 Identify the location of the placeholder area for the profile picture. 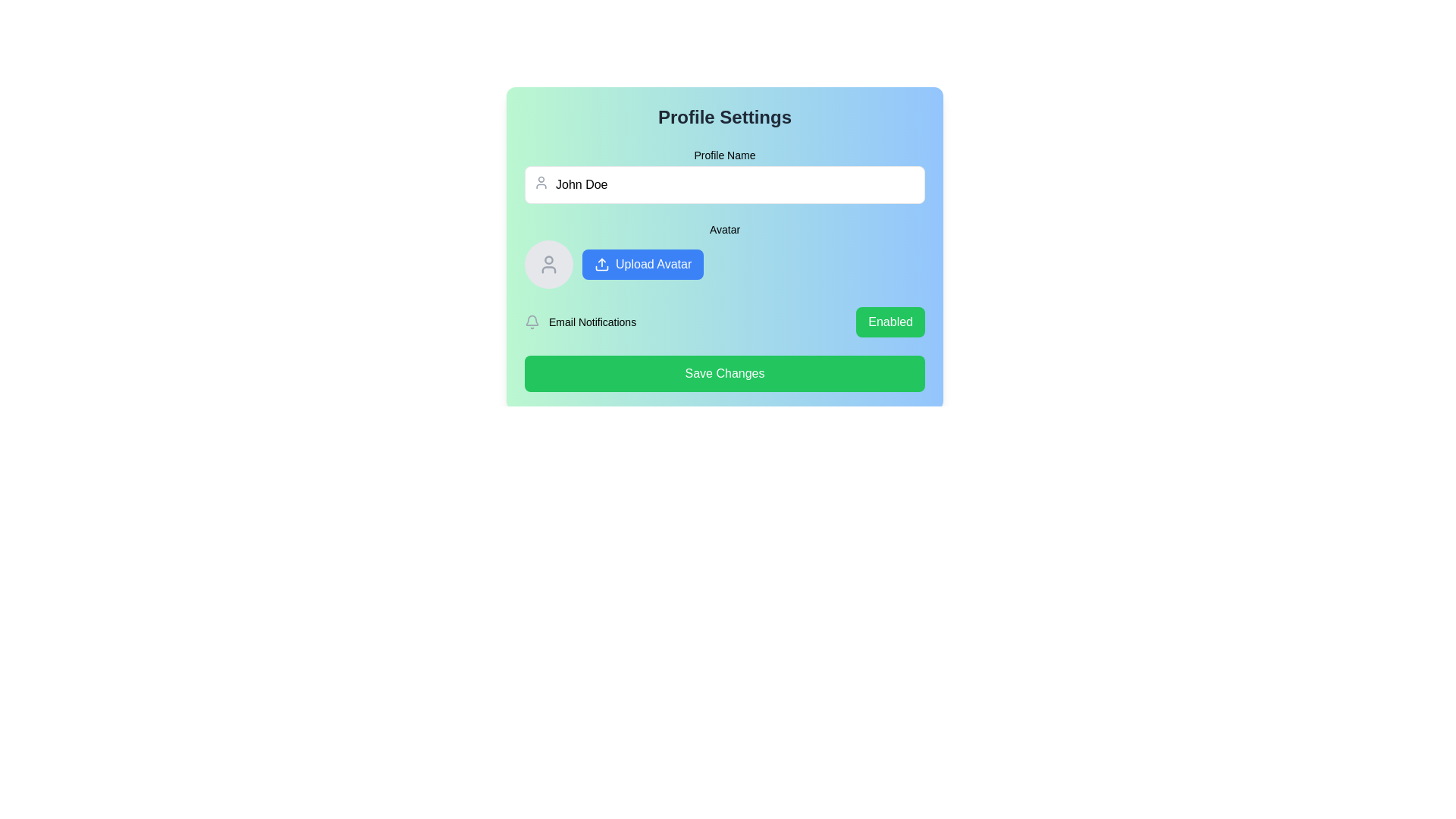
(548, 263).